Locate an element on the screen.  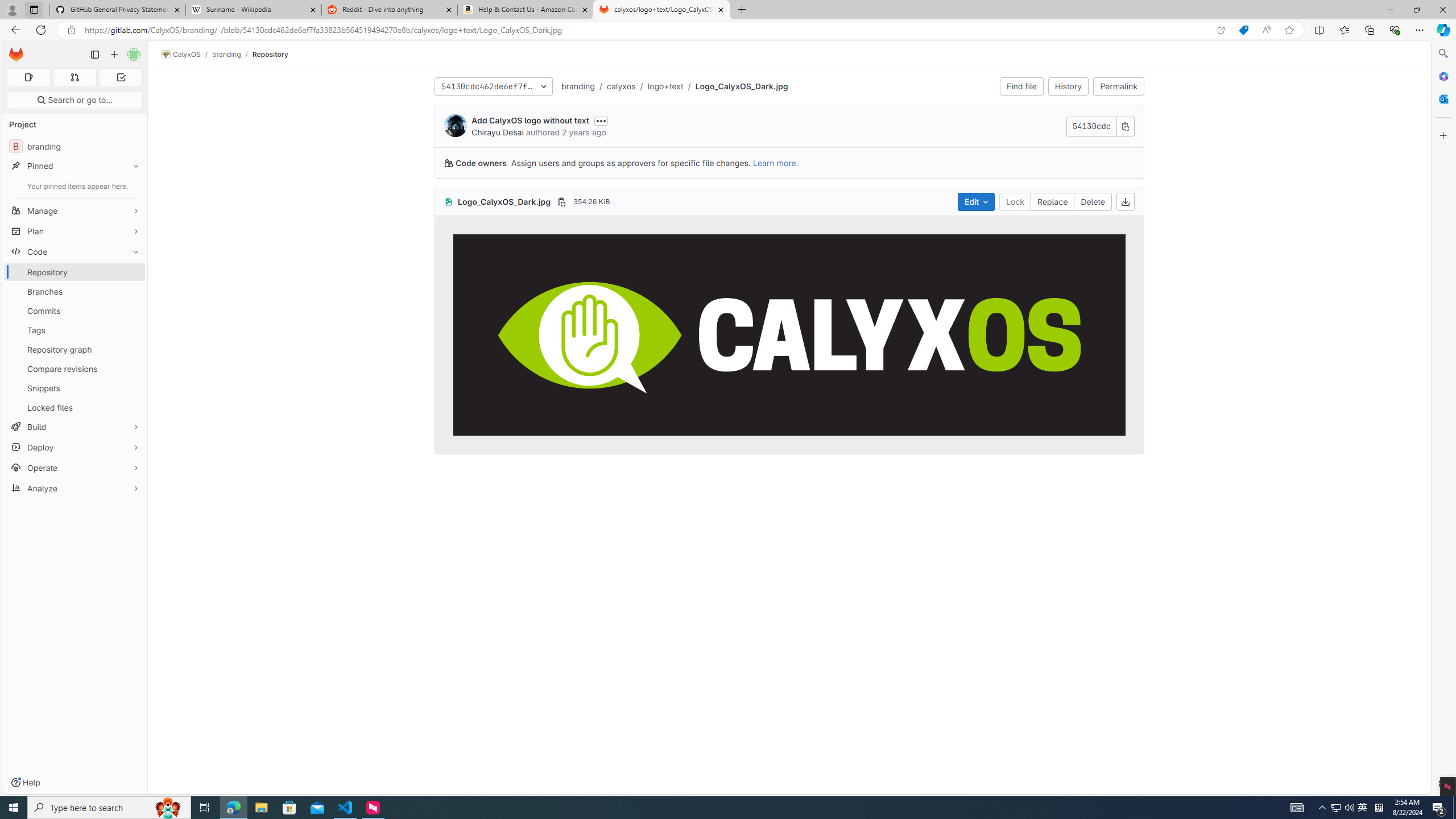
'Pin Branches' is located at coordinates (133, 291).